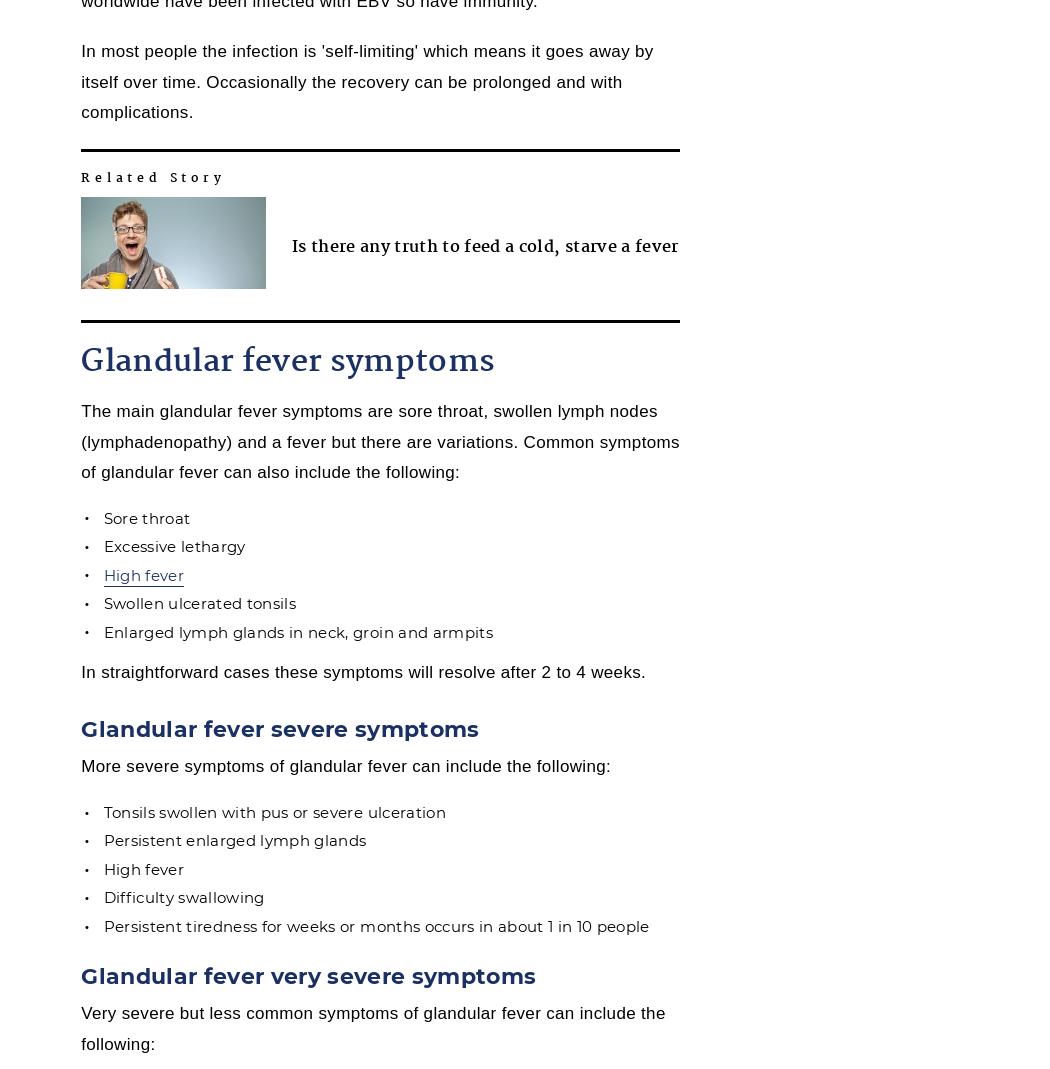 The image size is (1050, 1069). Describe the element at coordinates (273, 811) in the screenshot. I see `'Tonsils swollen with pus or severe ulceration'` at that location.